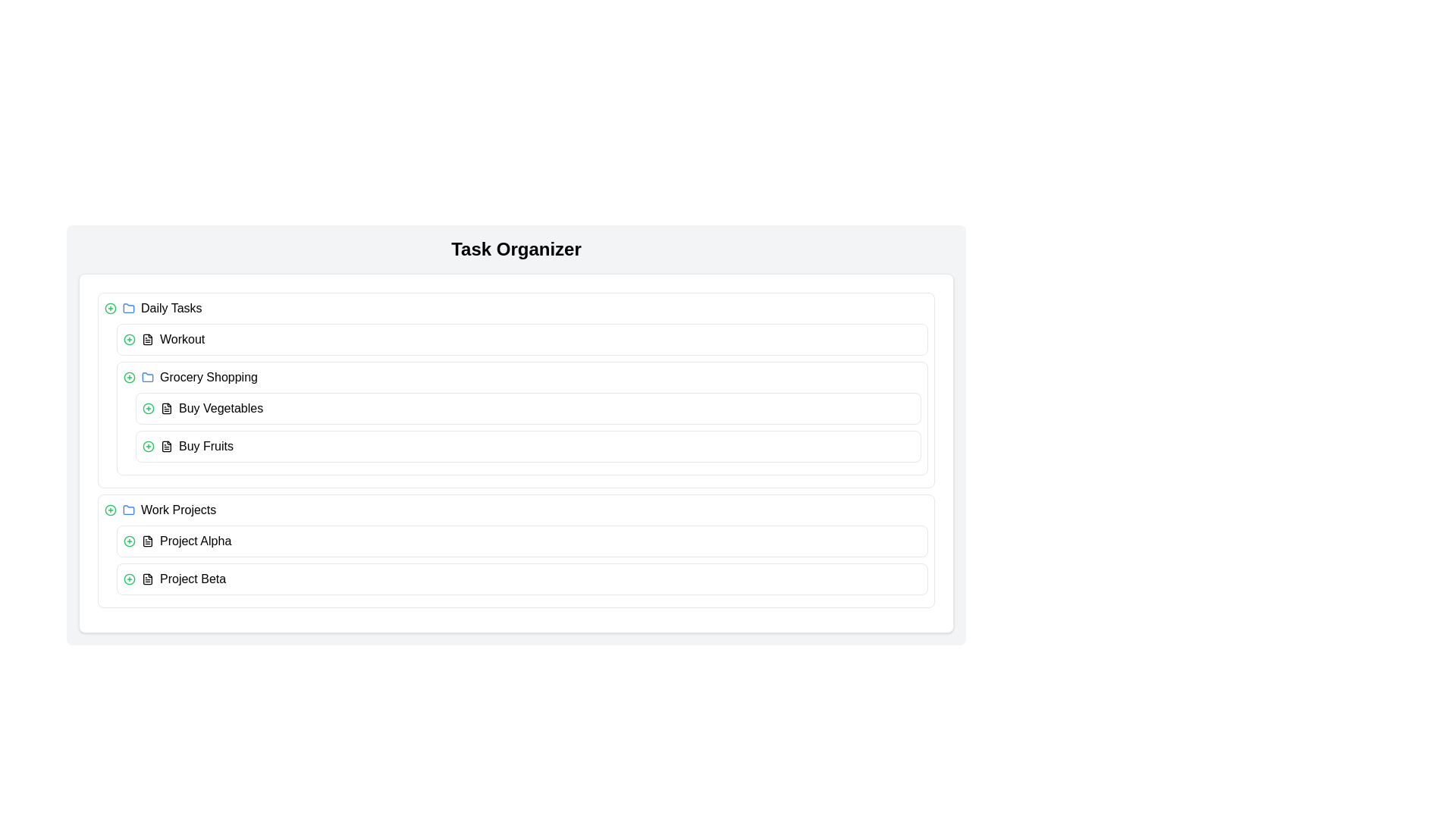 This screenshot has width=1456, height=819. What do you see at coordinates (148, 376) in the screenshot?
I see `the small folder icon with a blue outline, located to the left of the bold text label 'Grocery Shopping'` at bounding box center [148, 376].